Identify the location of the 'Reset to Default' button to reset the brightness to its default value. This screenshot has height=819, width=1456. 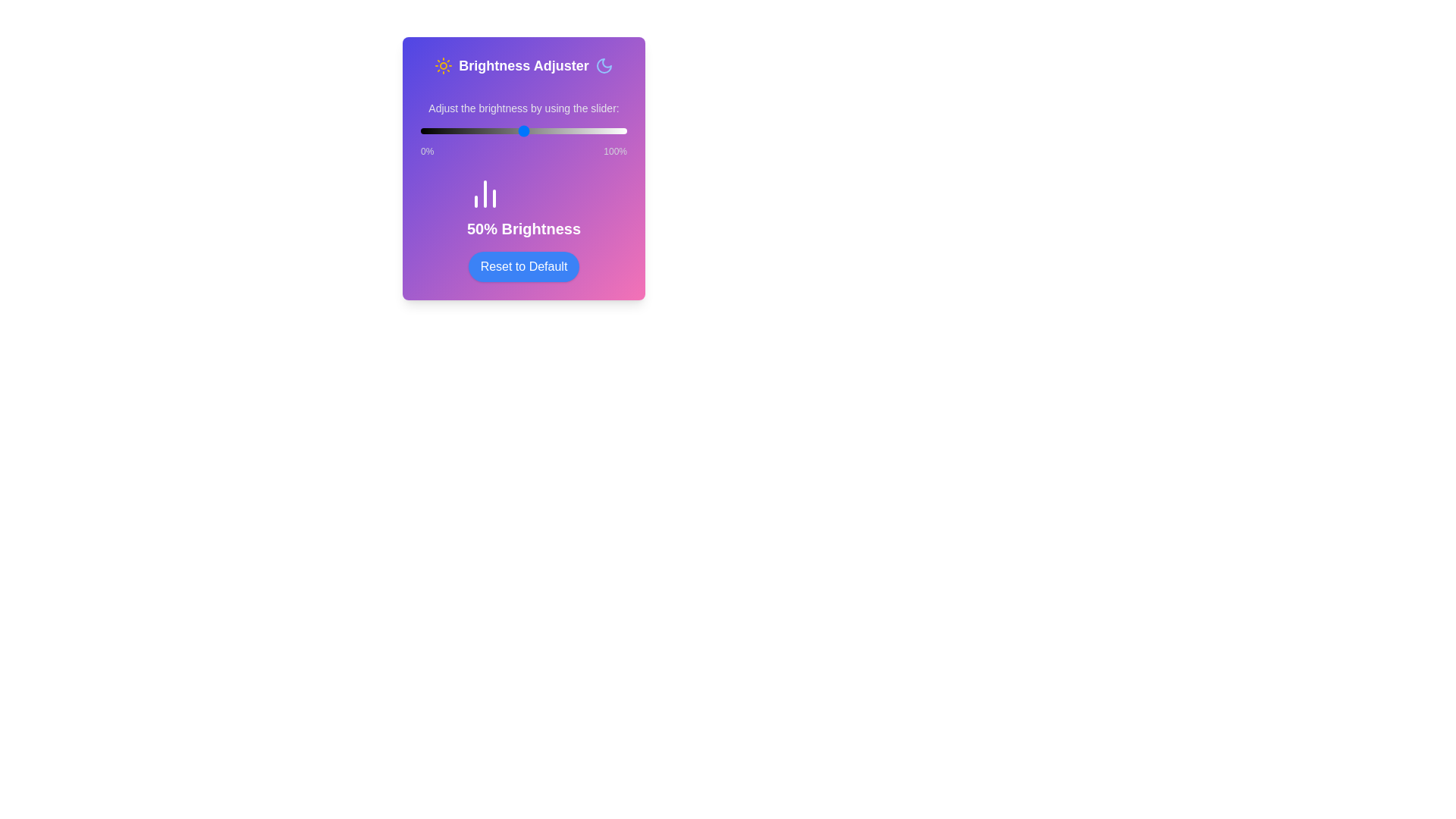
(524, 265).